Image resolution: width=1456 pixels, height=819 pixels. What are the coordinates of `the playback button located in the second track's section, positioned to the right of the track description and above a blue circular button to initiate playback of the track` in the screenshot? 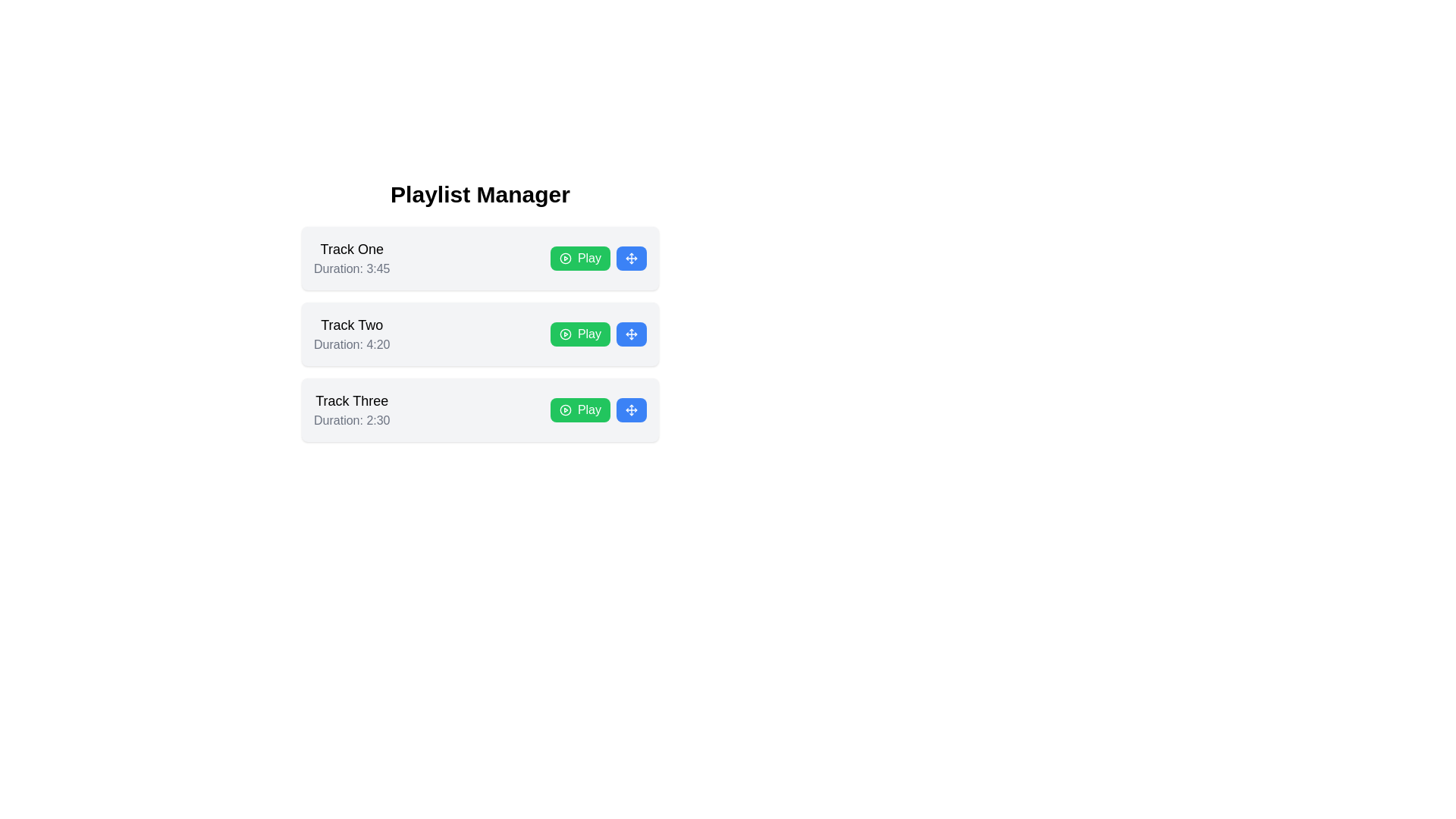 It's located at (598, 333).